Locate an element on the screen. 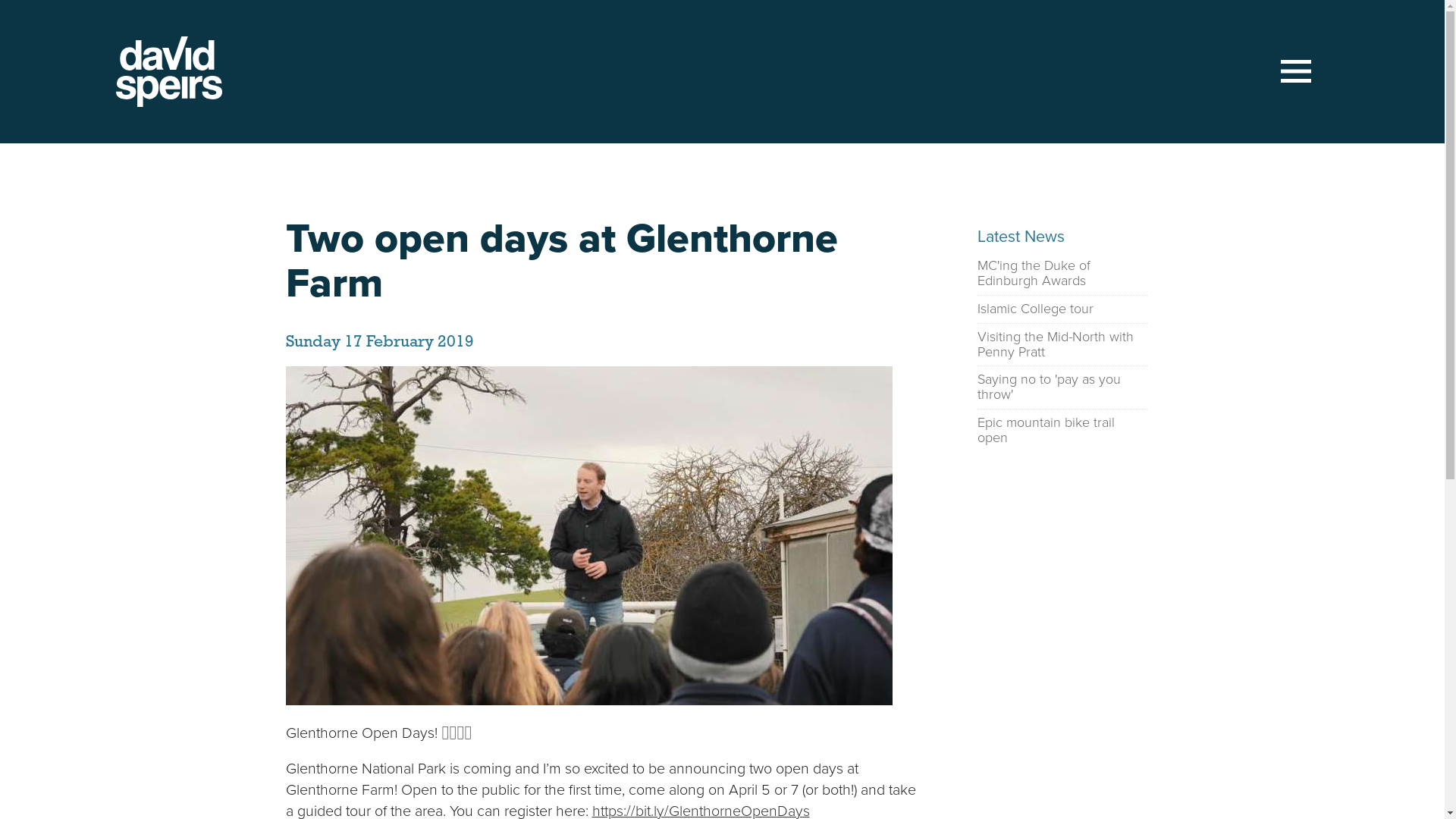  'Saying no to 'pay as you throw'' is located at coordinates (976, 386).